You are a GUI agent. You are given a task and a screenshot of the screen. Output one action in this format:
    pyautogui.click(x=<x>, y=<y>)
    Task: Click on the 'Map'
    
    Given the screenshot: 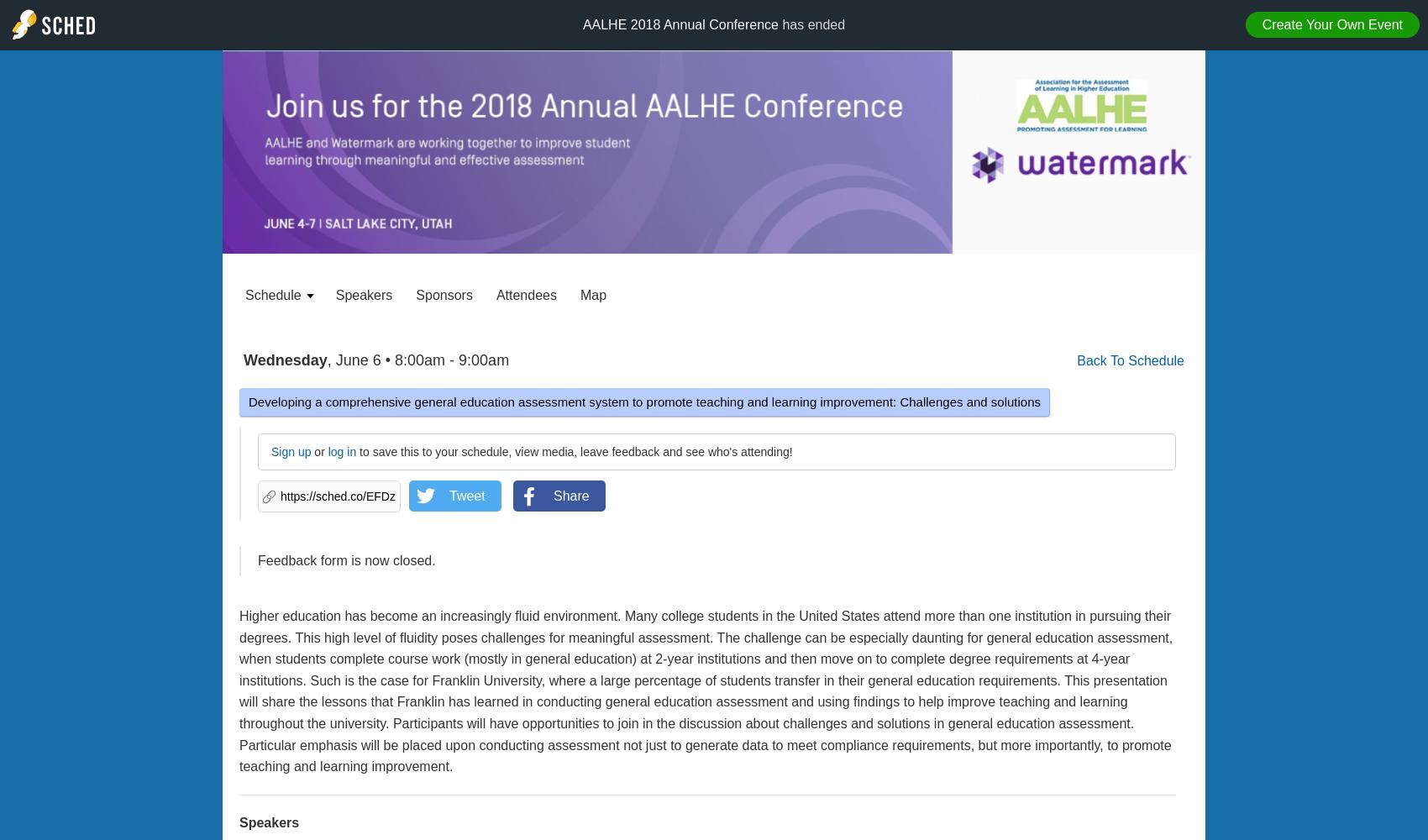 What is the action you would take?
    pyautogui.click(x=593, y=294)
    